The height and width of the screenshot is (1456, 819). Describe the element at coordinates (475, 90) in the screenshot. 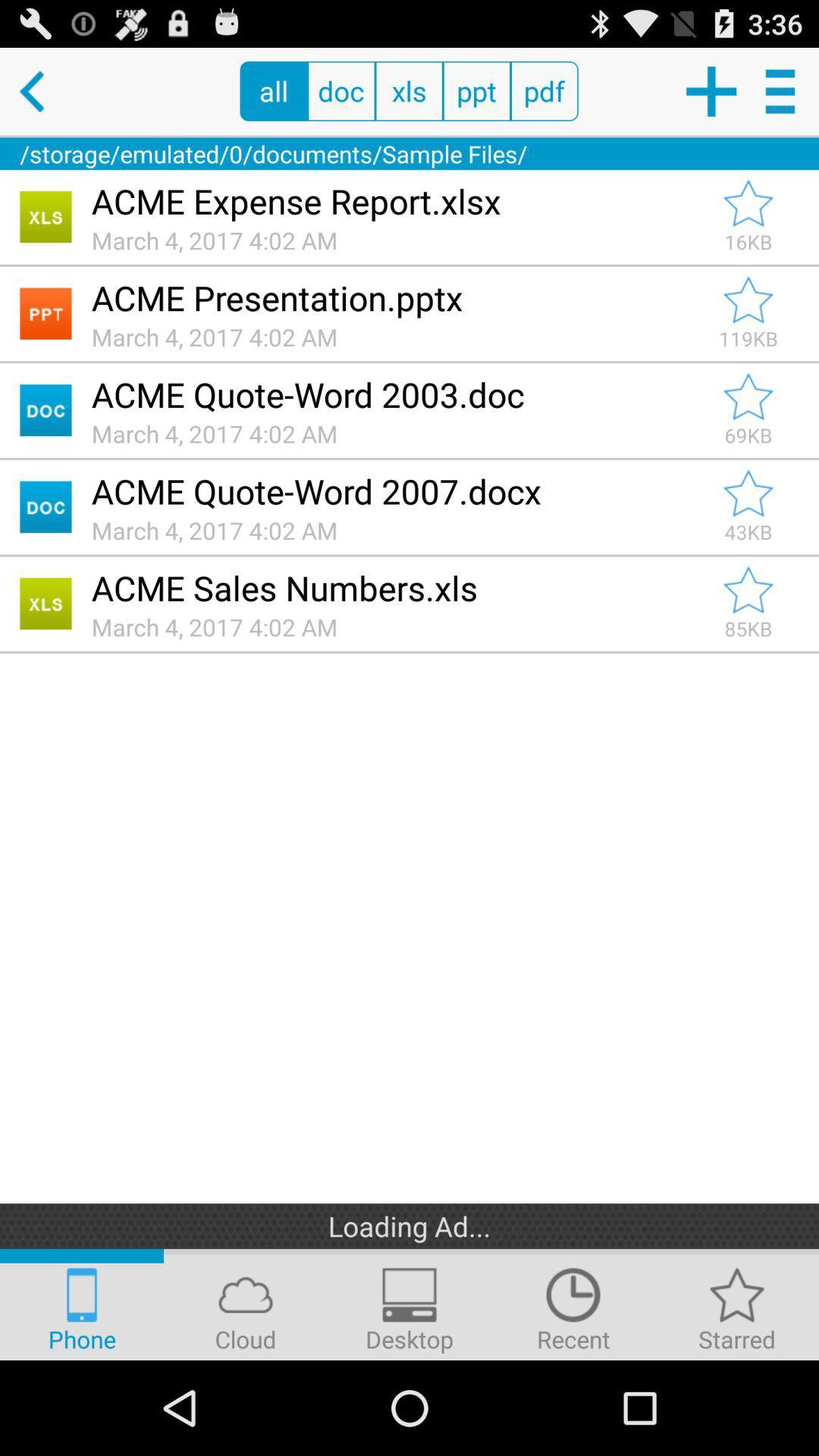

I see `the icon next to xls` at that location.